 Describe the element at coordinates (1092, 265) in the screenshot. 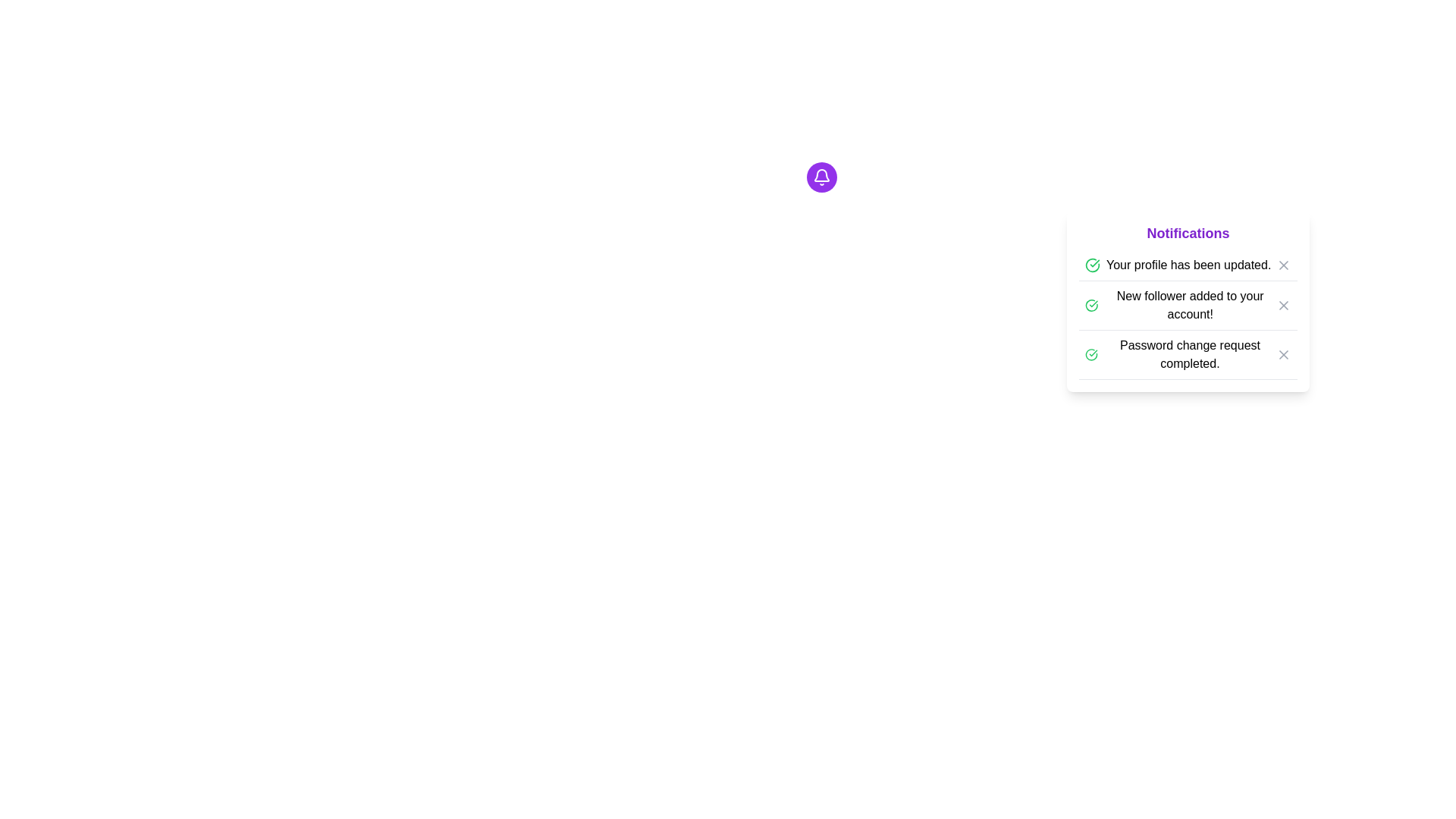

I see `the confirmation icon located to the left of the text 'Your profile has been updated' in the notification box` at that location.